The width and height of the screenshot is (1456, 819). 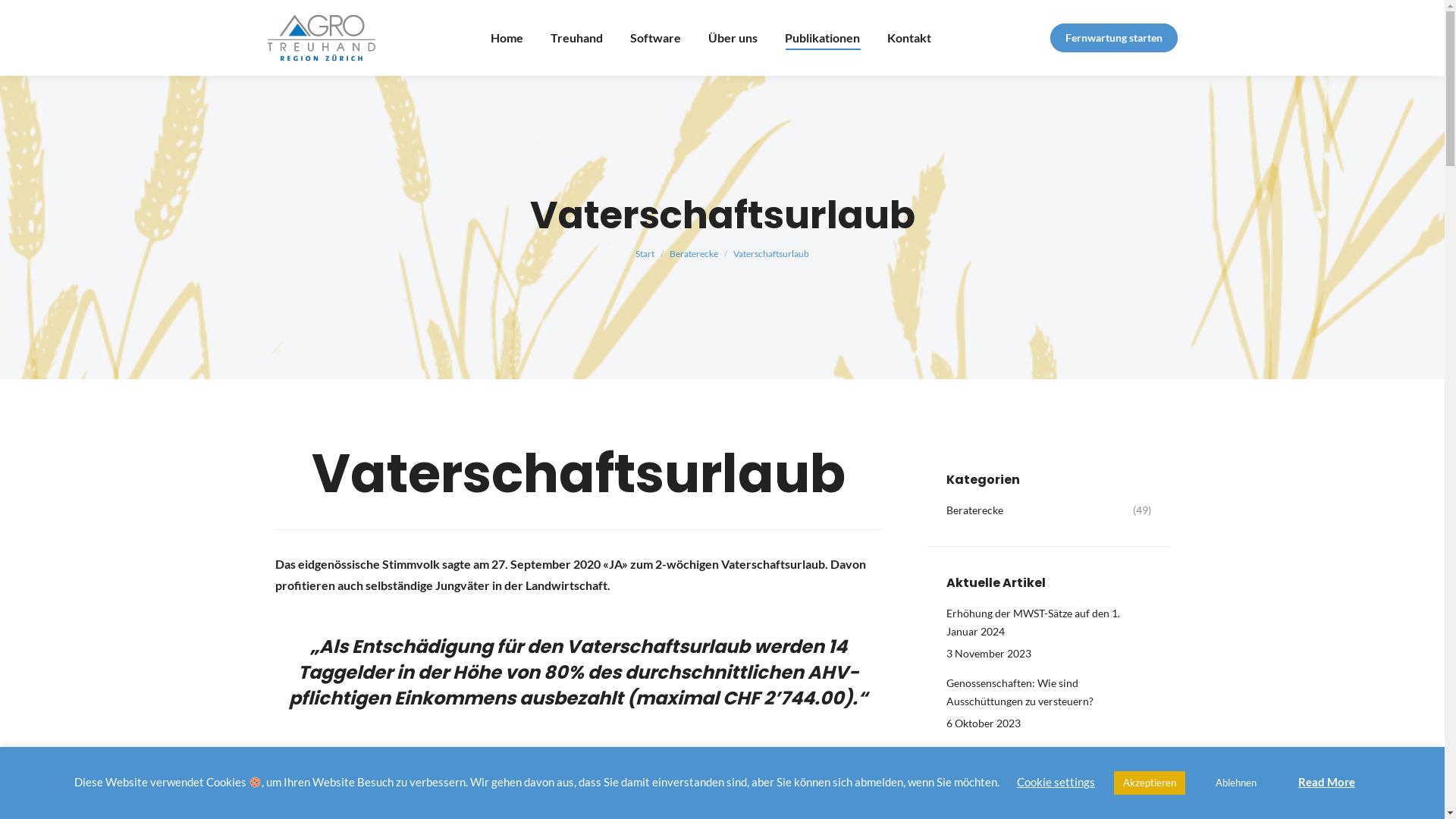 What do you see at coordinates (1150, 783) in the screenshot?
I see `'Akzeptieren'` at bounding box center [1150, 783].